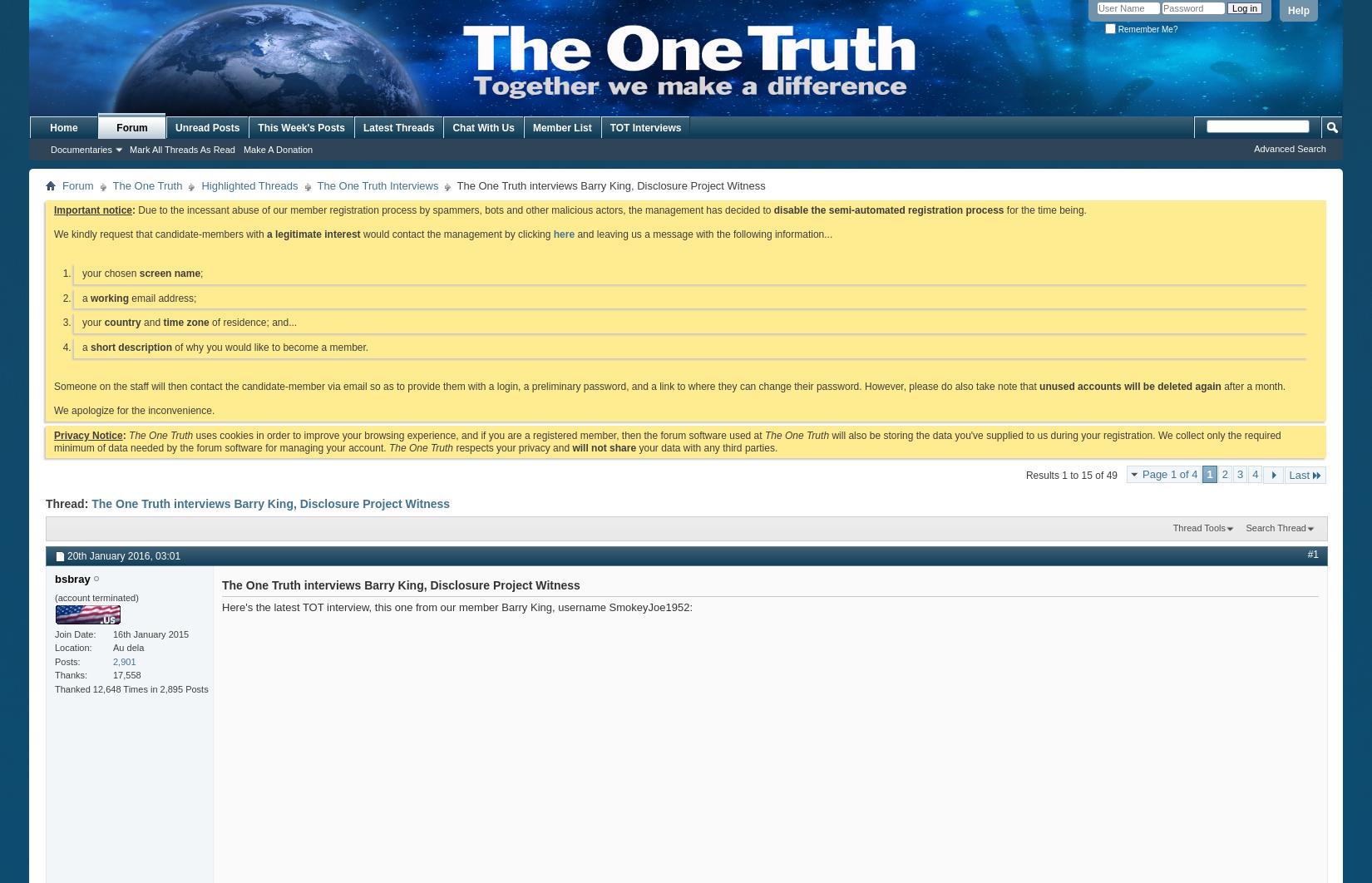  I want to click on 'Make A Donation', so click(243, 150).